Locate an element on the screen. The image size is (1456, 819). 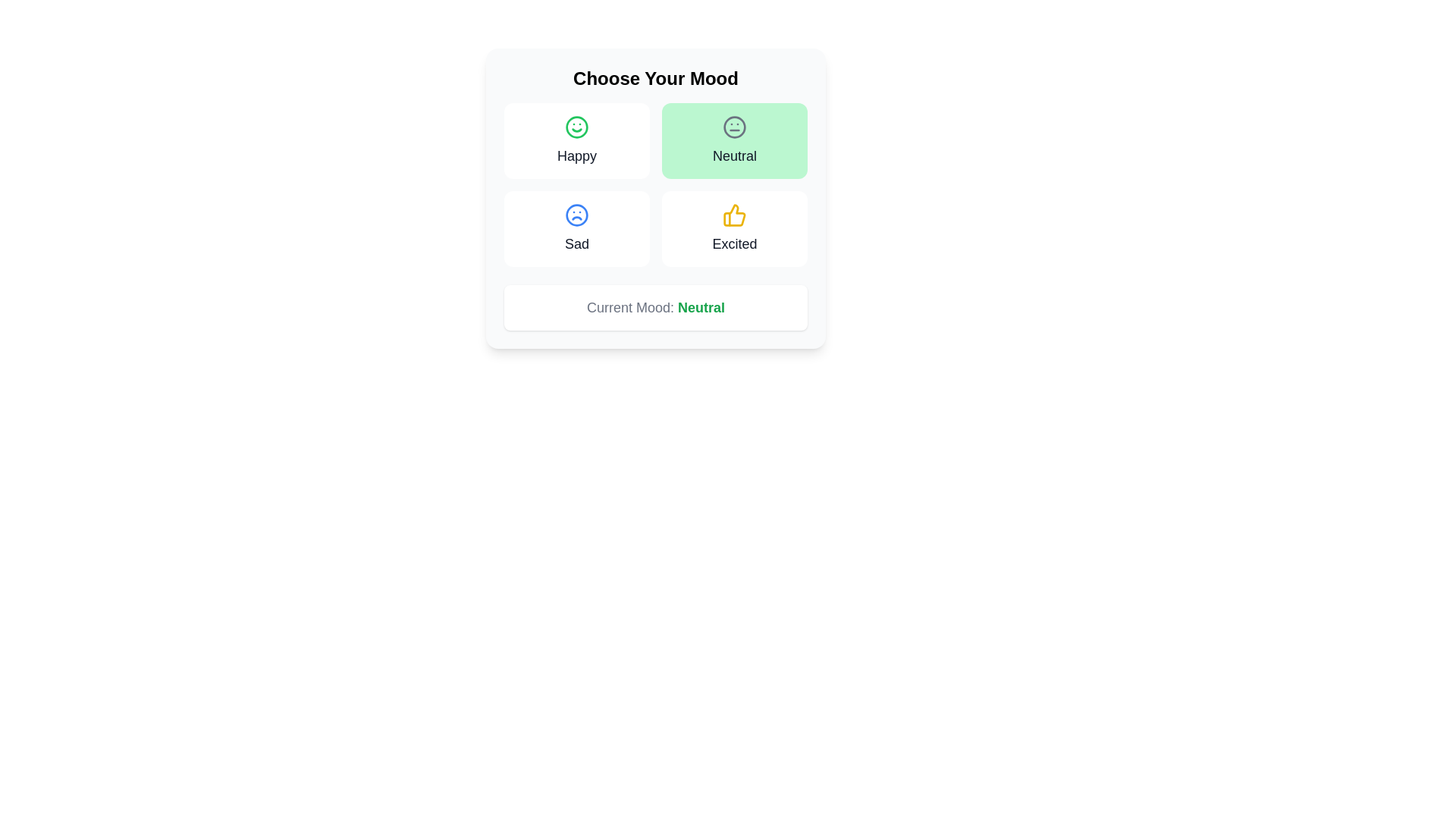
the text label displaying 'Neutral', which is located in the bright green area beneath the neutral face icon in the top right quadrant of the grid layout is located at coordinates (735, 155).